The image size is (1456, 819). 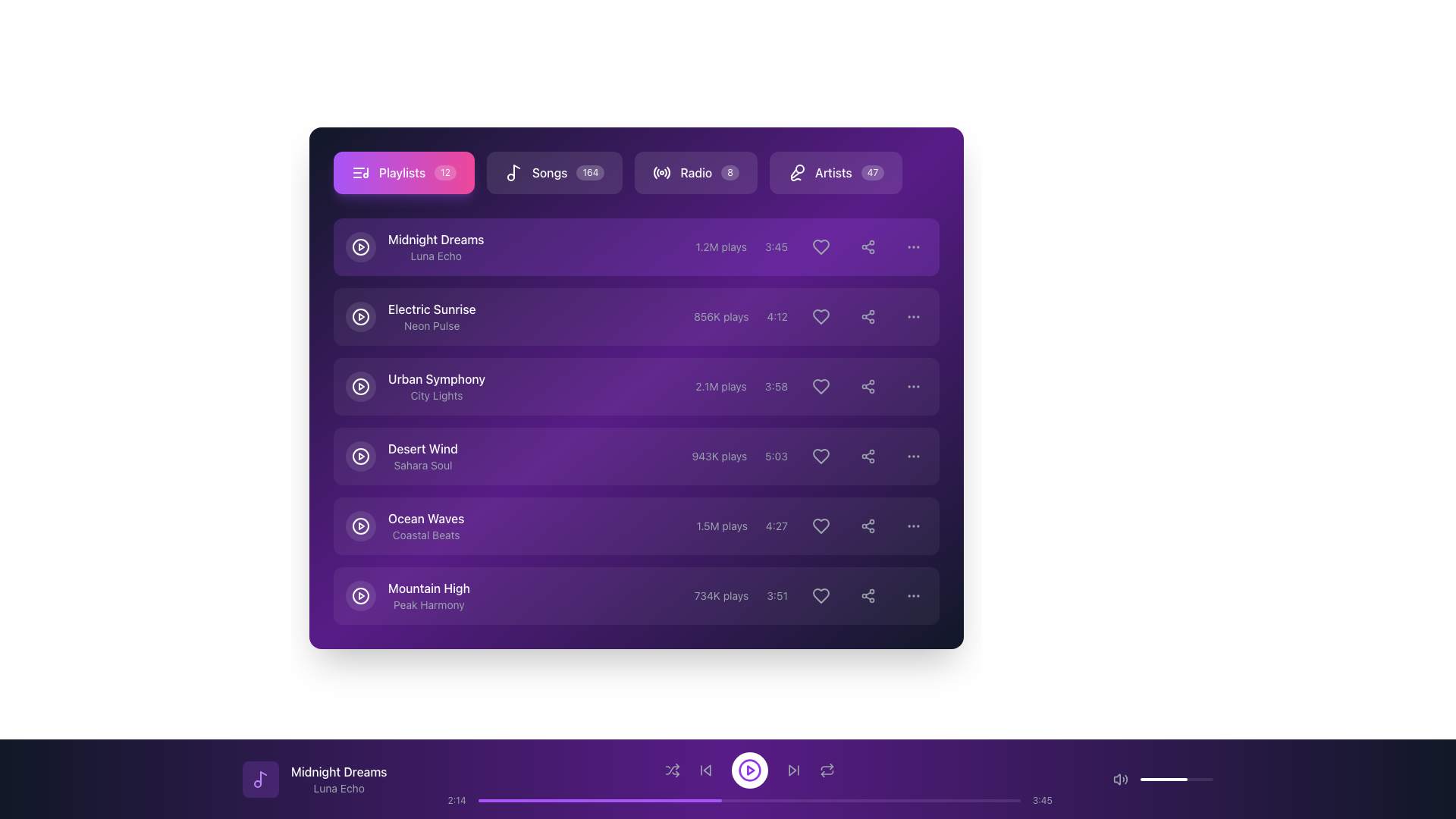 What do you see at coordinates (777, 455) in the screenshot?
I see `the static text label displaying the duration of the 'Desert Wind' track, which is located in the fourth row of the list, immediately to the right of the '943K plays' text` at bounding box center [777, 455].